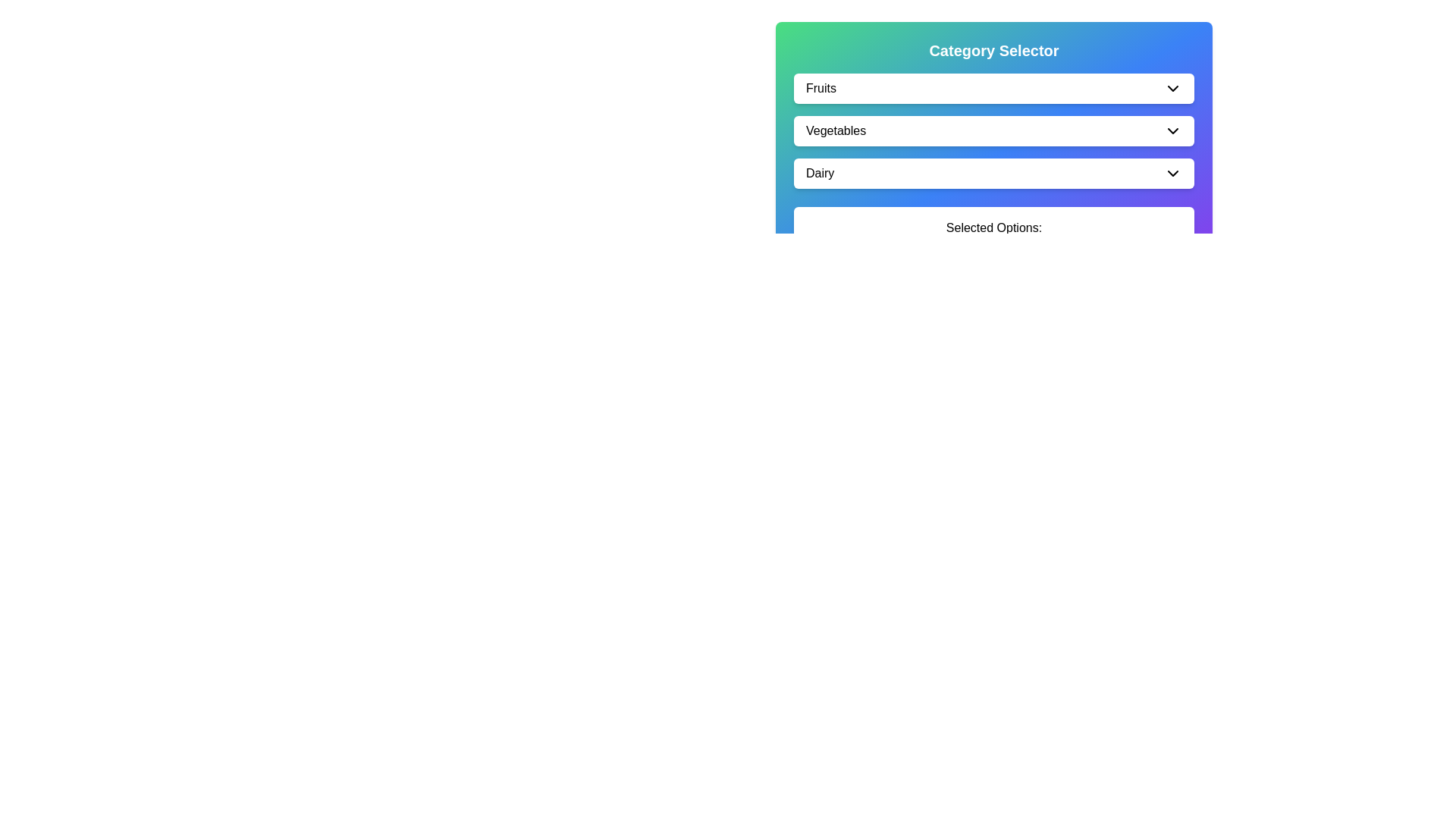  What do you see at coordinates (835, 130) in the screenshot?
I see `the 'Vegetables' text label within the dropdown menu` at bounding box center [835, 130].